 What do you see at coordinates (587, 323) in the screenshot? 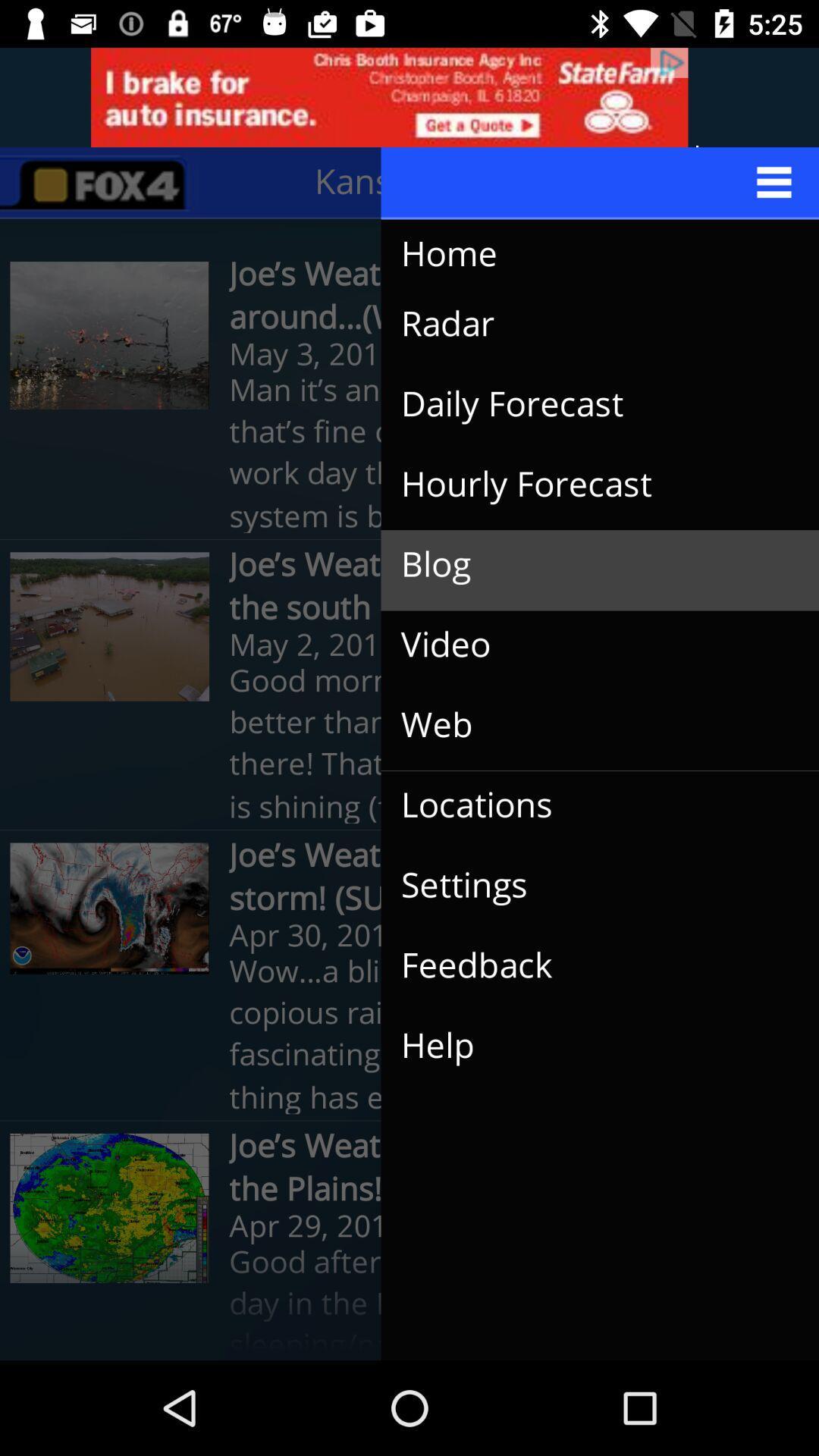
I see `icon above the man it s item` at bounding box center [587, 323].